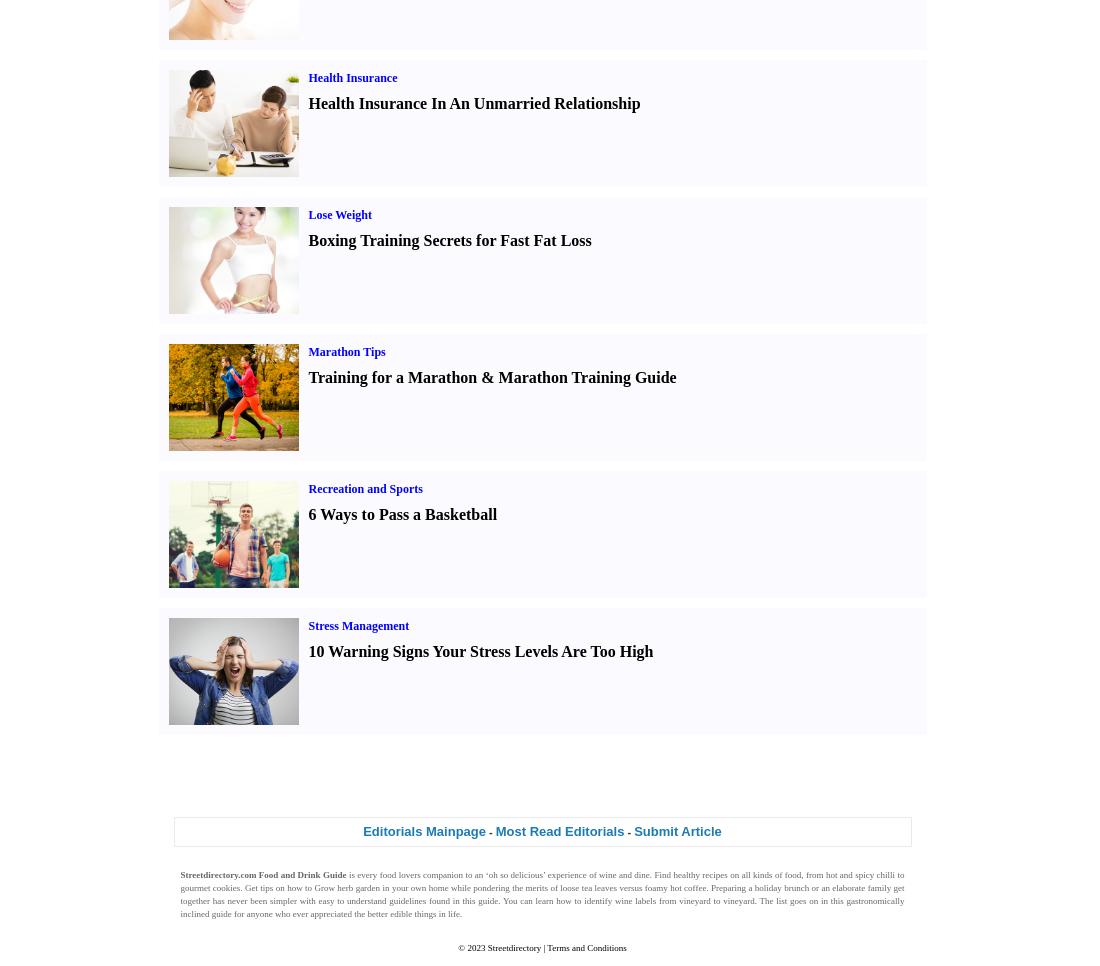 This screenshot has height=966, width=1100. What do you see at coordinates (677, 829) in the screenshot?
I see `'Submit Article'` at bounding box center [677, 829].